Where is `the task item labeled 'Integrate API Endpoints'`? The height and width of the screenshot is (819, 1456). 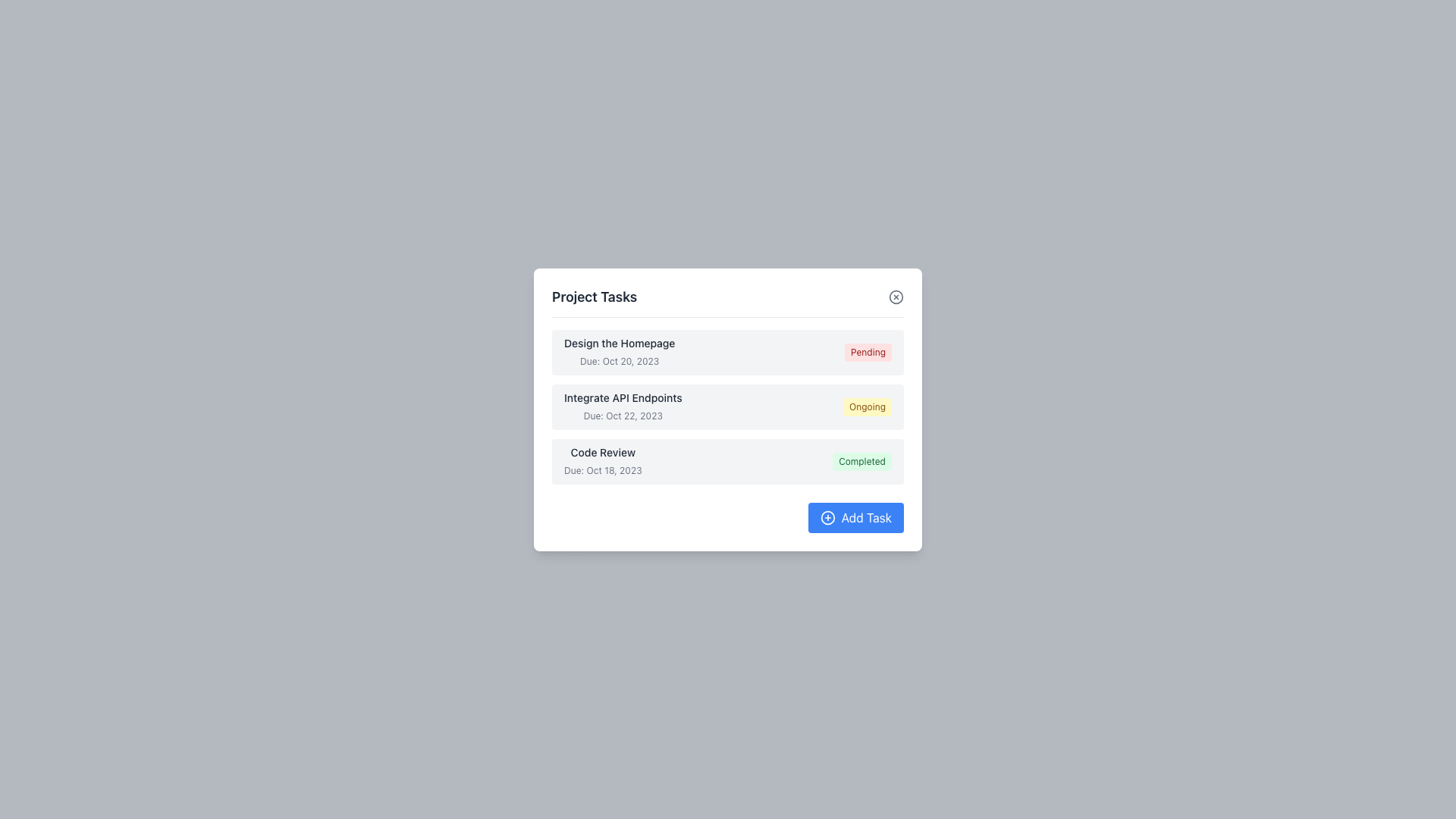 the task item labeled 'Integrate API Endpoints' is located at coordinates (728, 406).